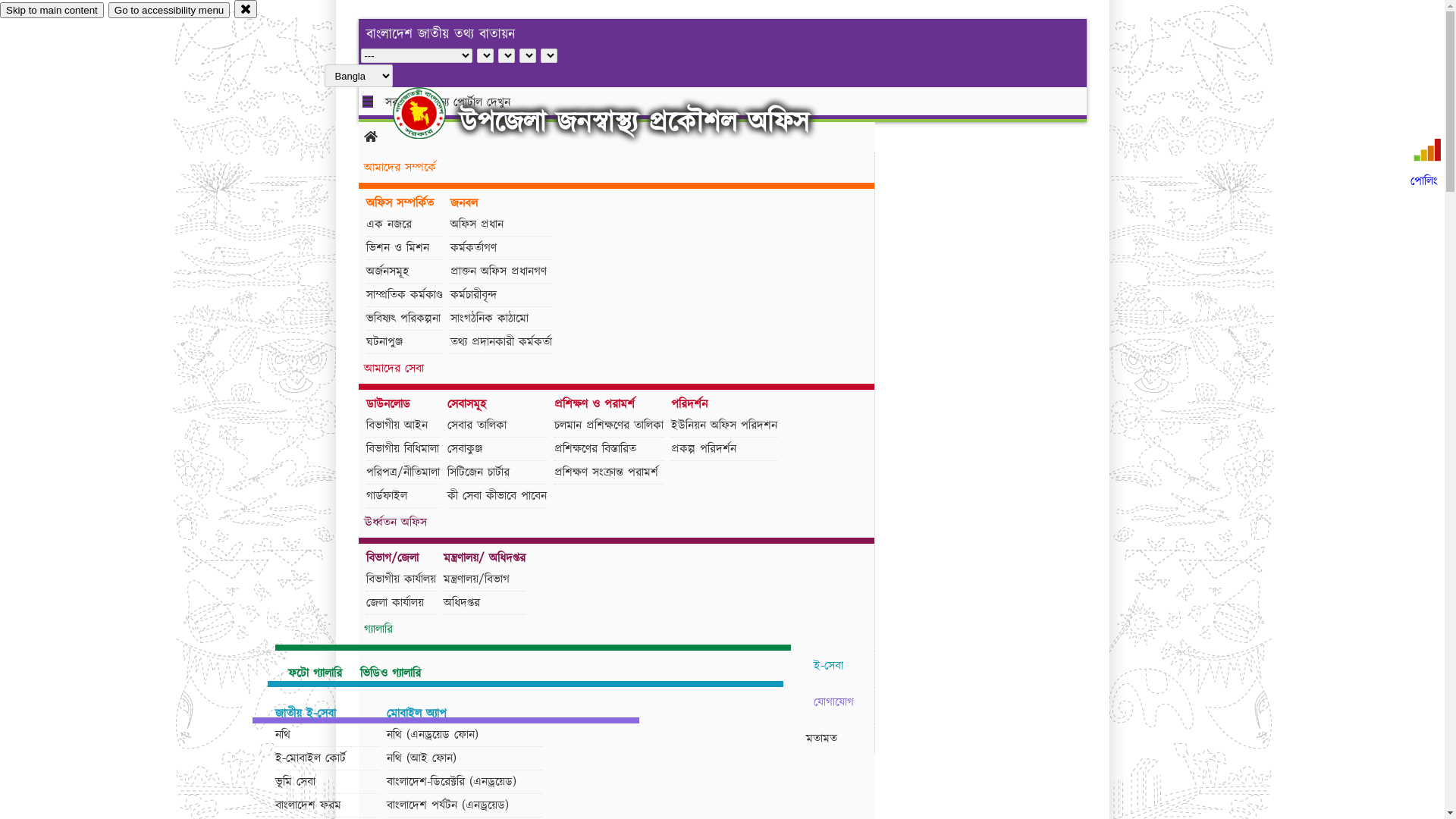  Describe the element at coordinates (52, 10) in the screenshot. I see `'Skip to main content'` at that location.